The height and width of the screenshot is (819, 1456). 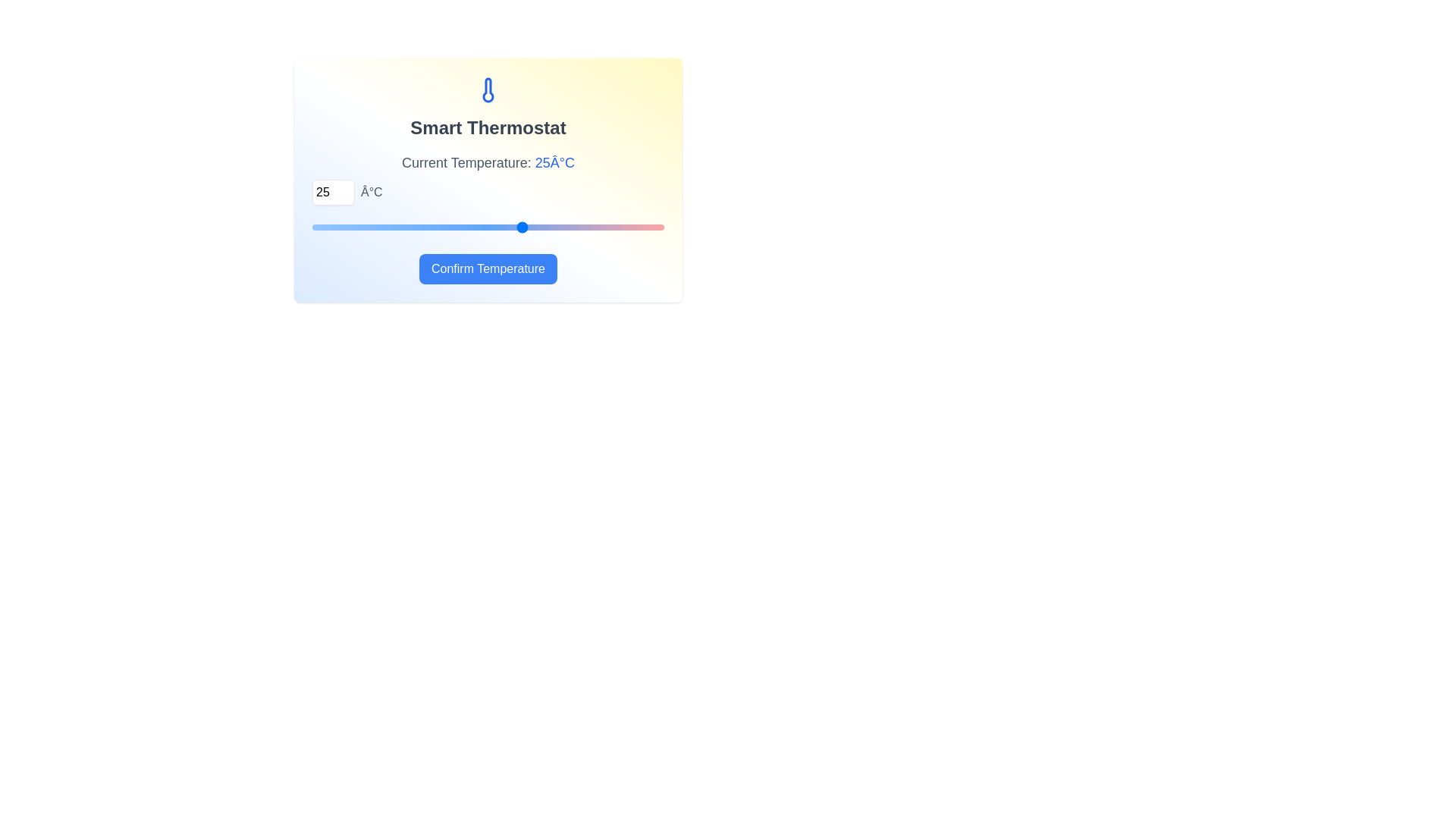 I want to click on the temperature to 23°C using the slider, so click(x=495, y=227).